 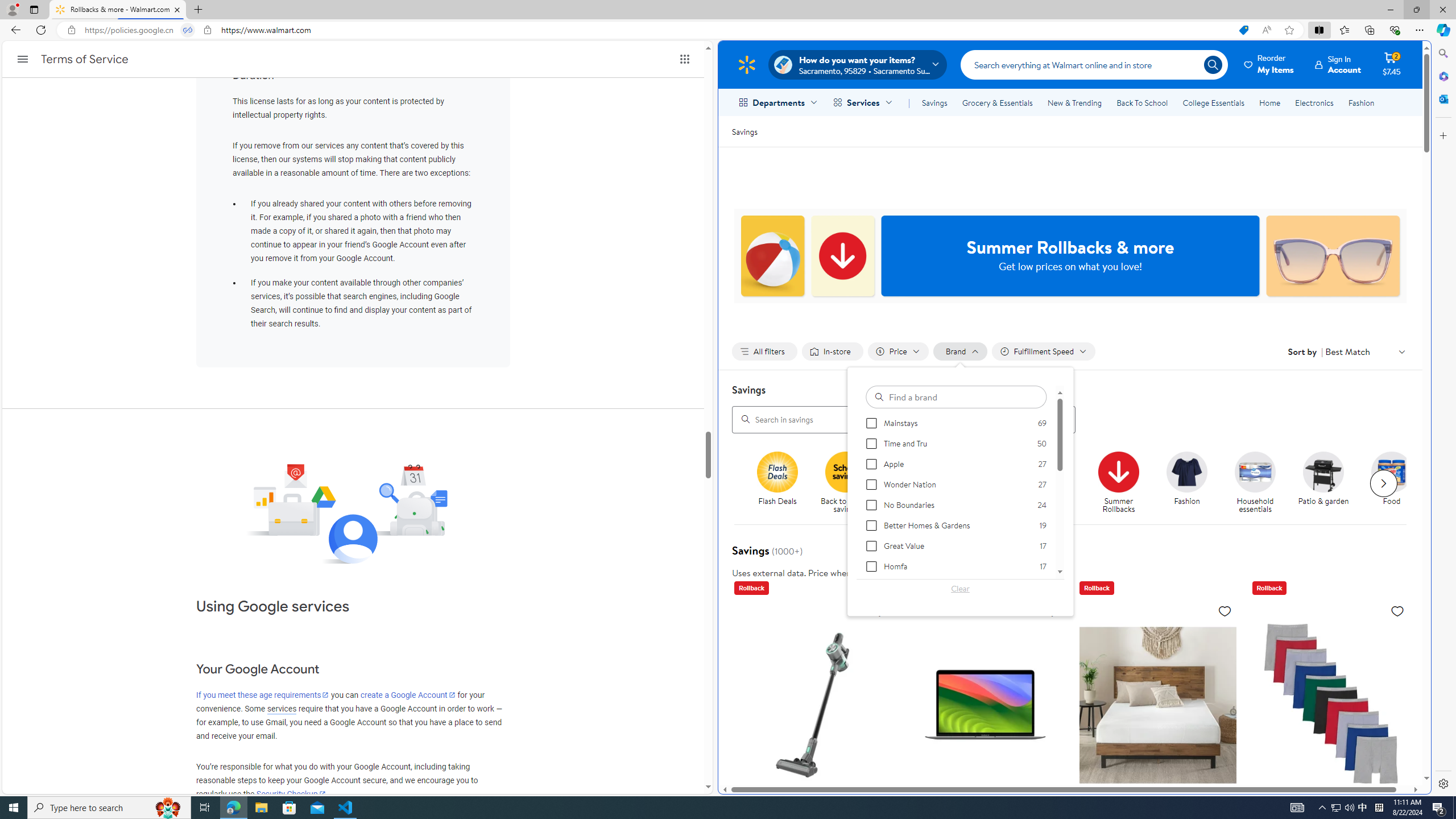 What do you see at coordinates (777, 471) in the screenshot?
I see `'Flash deals'` at bounding box center [777, 471].